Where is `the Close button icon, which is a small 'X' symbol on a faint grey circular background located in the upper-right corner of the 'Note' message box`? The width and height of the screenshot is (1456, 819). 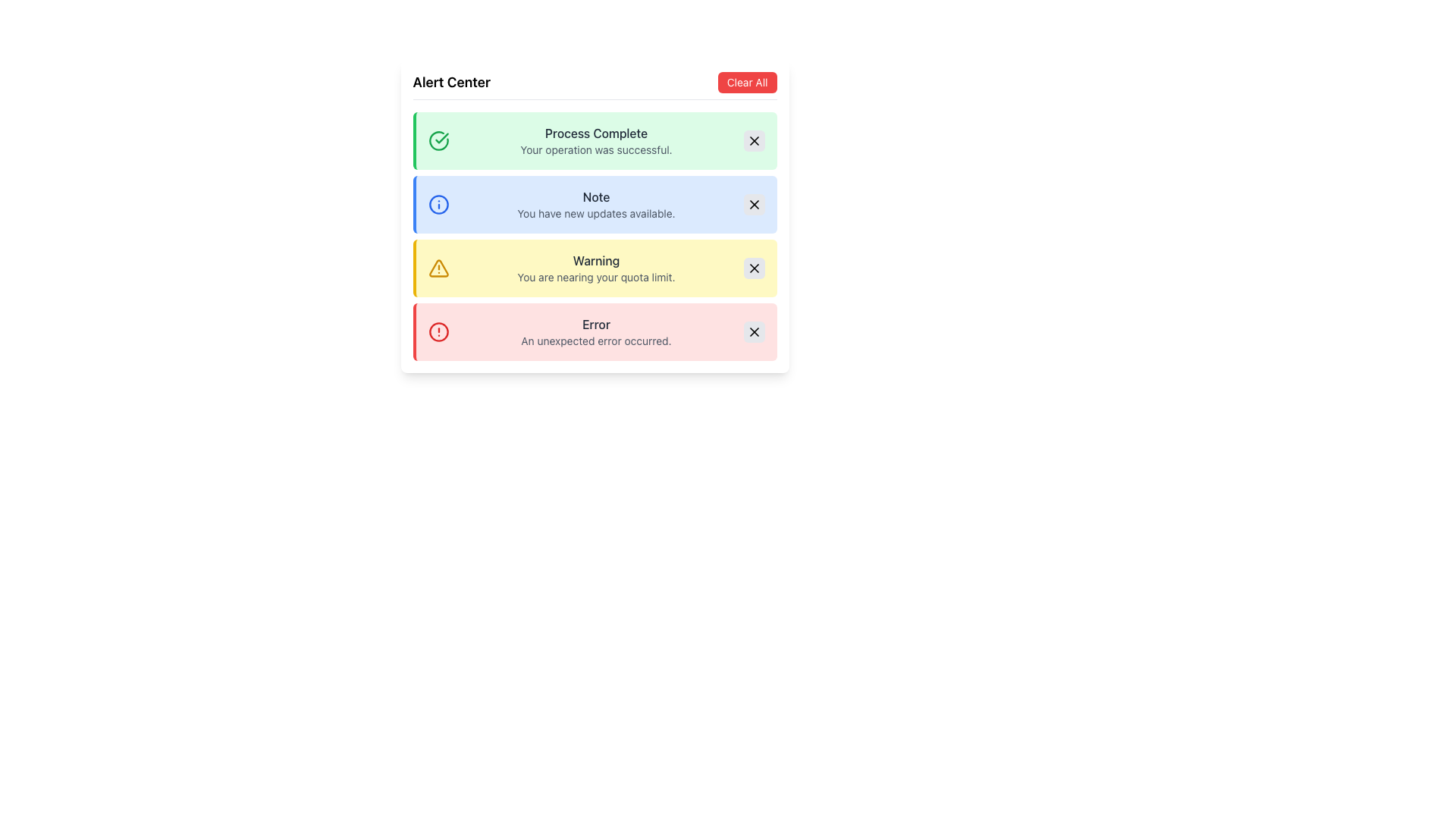 the Close button icon, which is a small 'X' symbol on a faint grey circular background located in the upper-right corner of the 'Note' message box is located at coordinates (754, 331).